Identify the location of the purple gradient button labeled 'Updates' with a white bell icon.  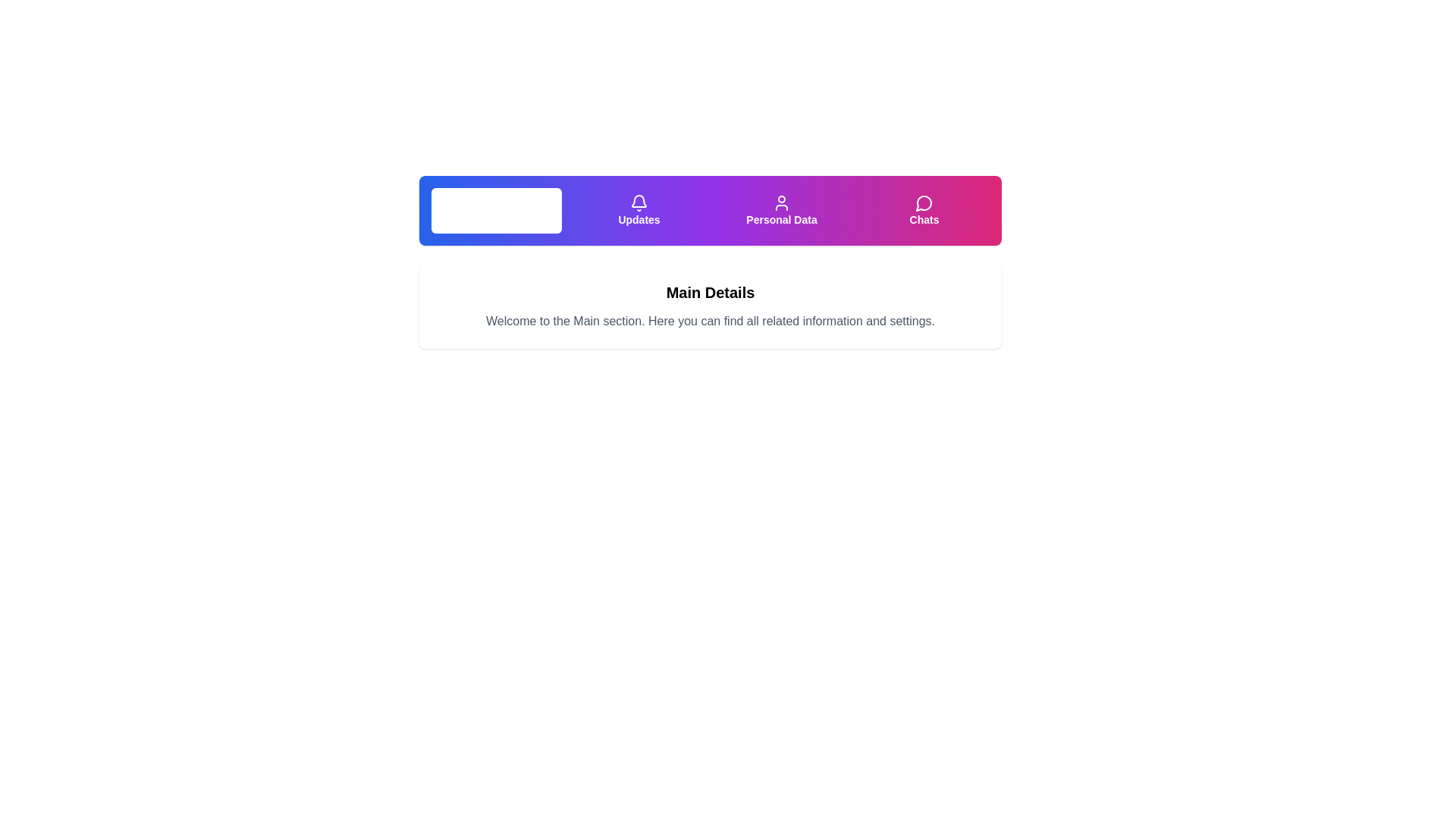
(639, 210).